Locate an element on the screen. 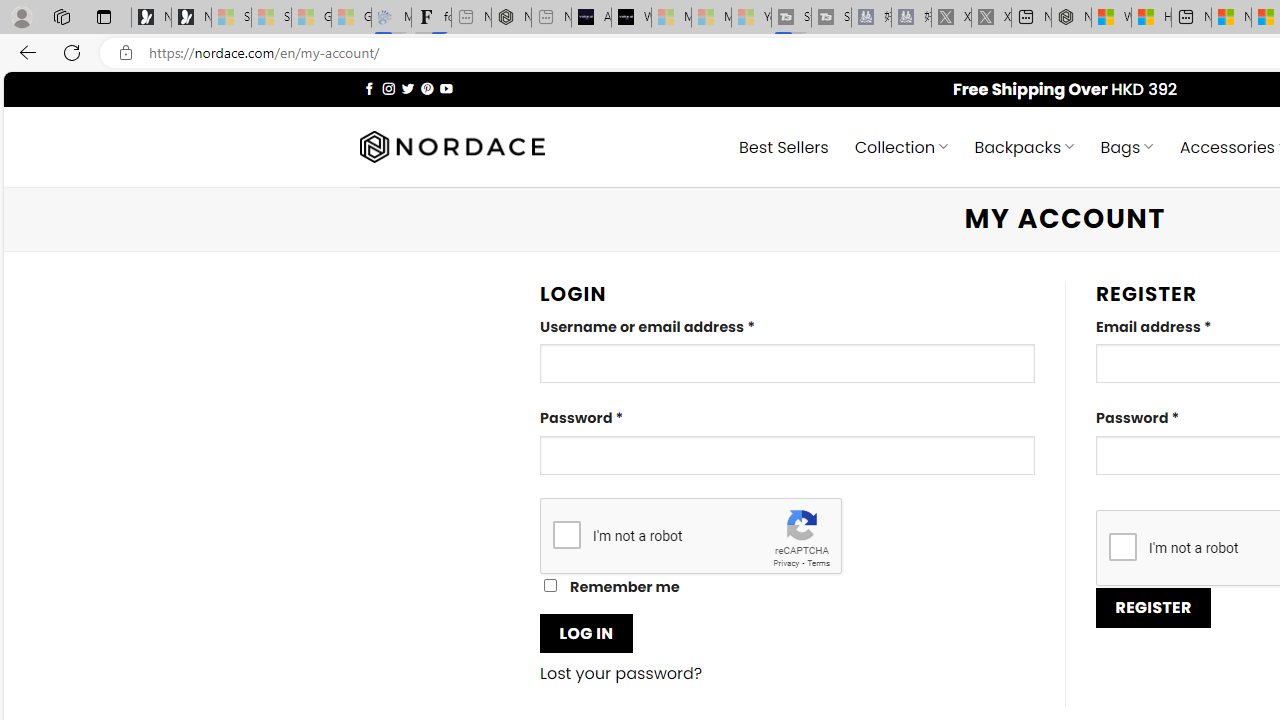 This screenshot has height=720, width=1280. 'Follow on YouTube' is located at coordinates (445, 87).